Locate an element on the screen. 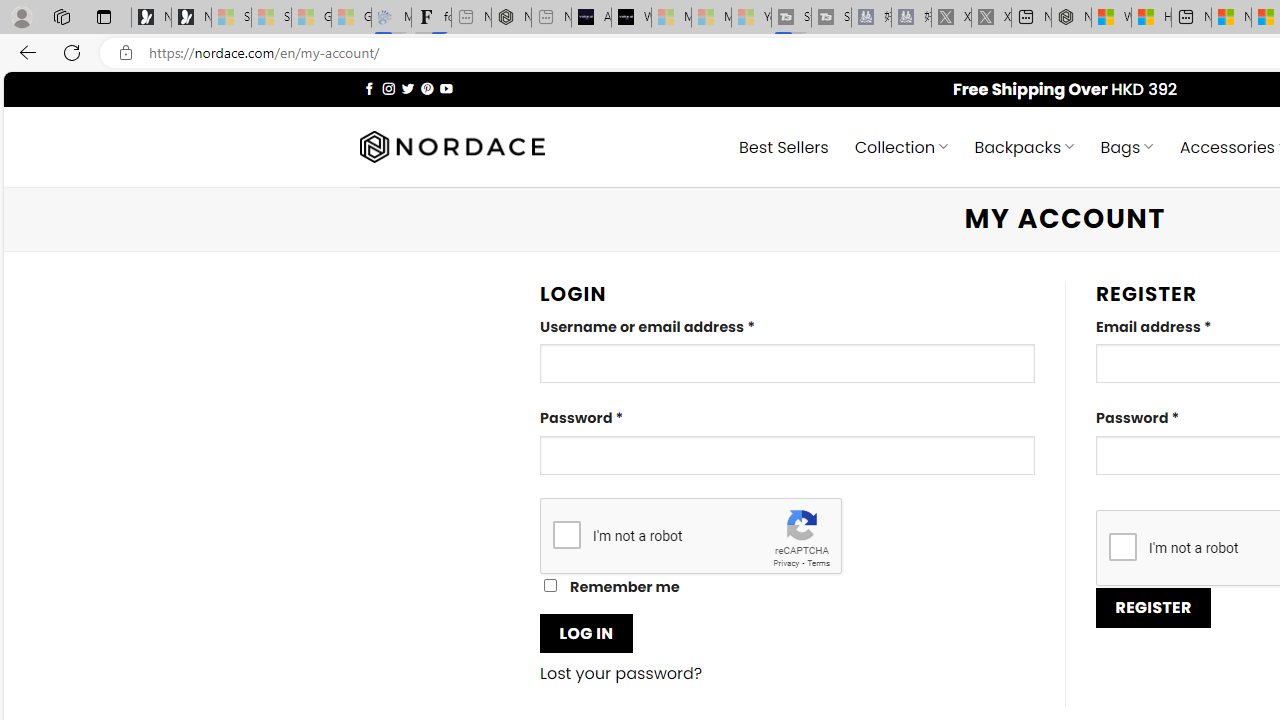 This screenshot has height=720, width=1280. 'Follow on YouTube' is located at coordinates (445, 87).